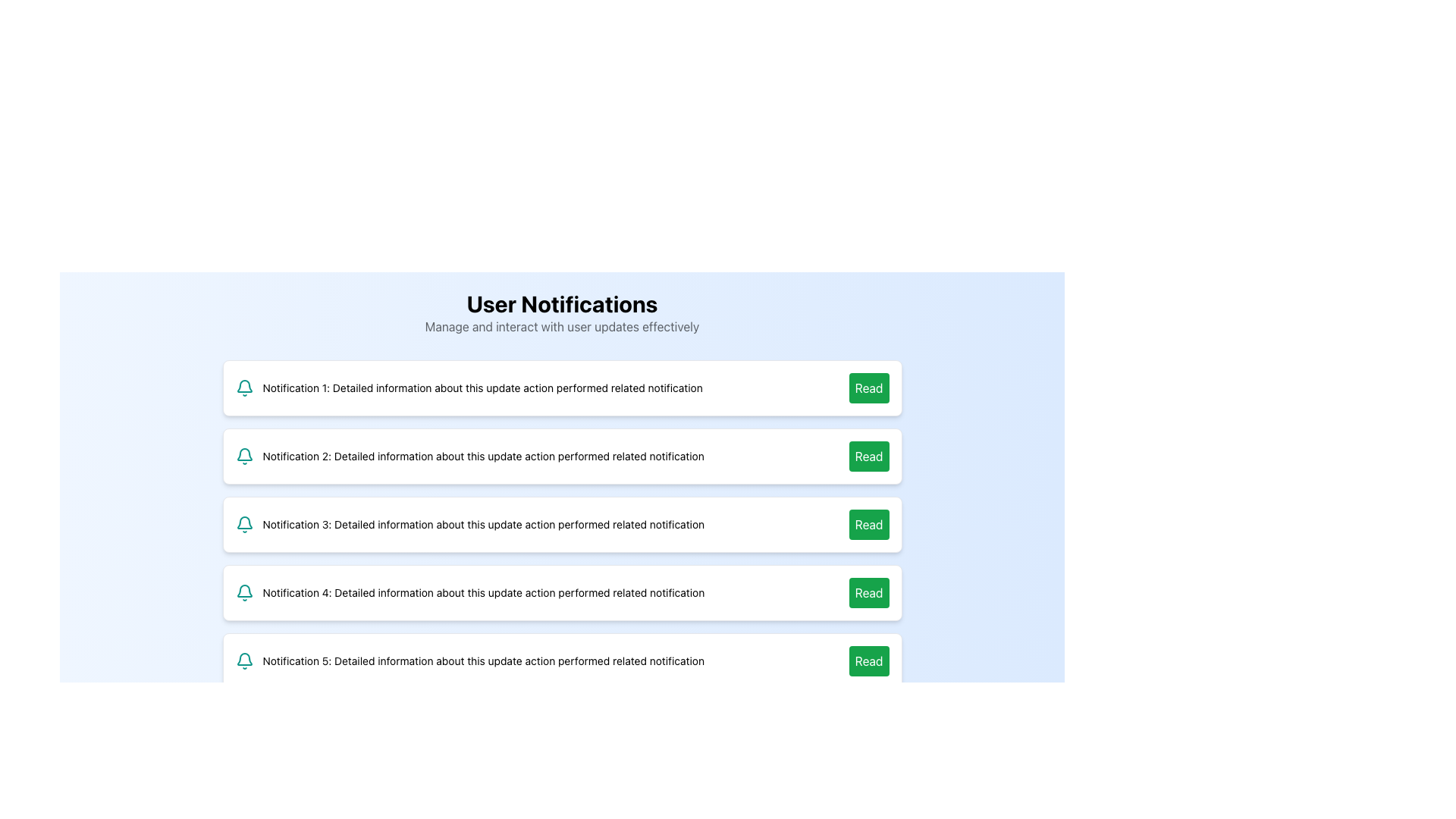 The width and height of the screenshot is (1456, 819). What do you see at coordinates (869, 660) in the screenshot?
I see `the 'Read' button located in the notification block for 'Notification 5: Detailed information about this update action performed related notification' to change its appearance` at bounding box center [869, 660].